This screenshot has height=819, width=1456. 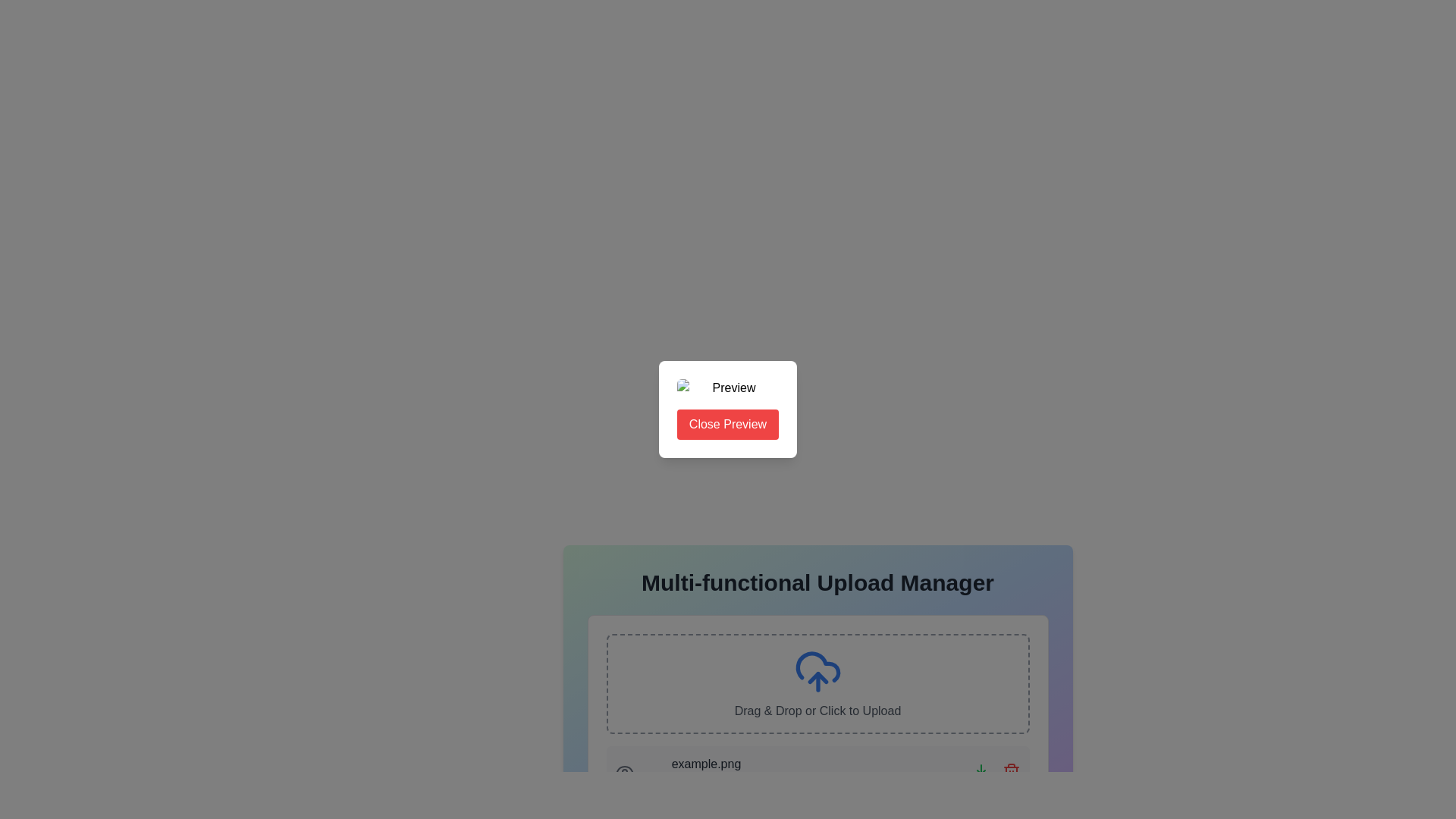 What do you see at coordinates (817, 671) in the screenshot?
I see `the file upload icon positioned in the center of the upload interface above the text 'Drag & Drop or Click to Upload'` at bounding box center [817, 671].